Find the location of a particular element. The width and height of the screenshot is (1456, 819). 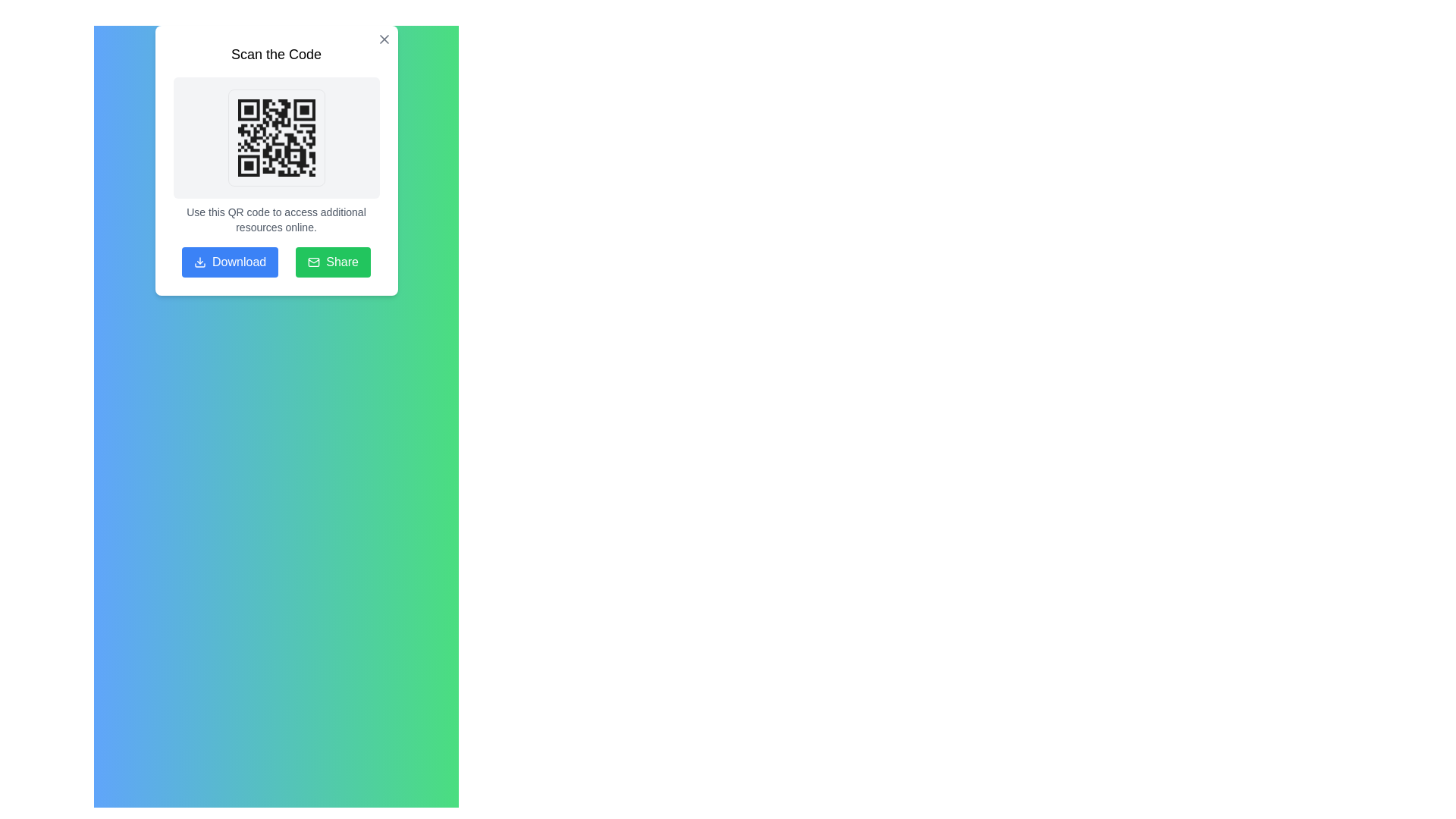

the text block that reads 'Use this QR code is located at coordinates (276, 219).